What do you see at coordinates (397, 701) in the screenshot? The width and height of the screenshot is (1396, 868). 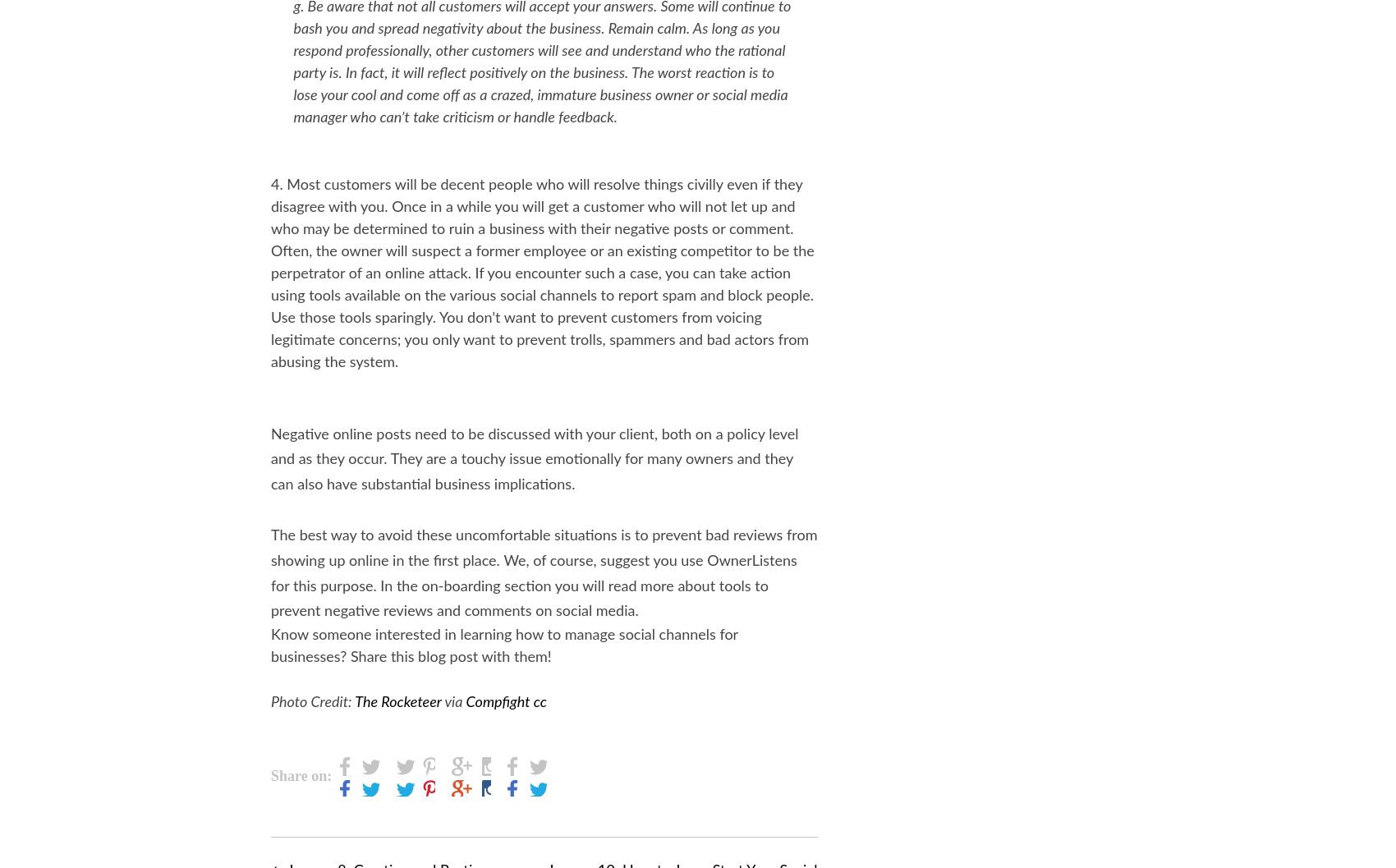 I see `'The Rocketeer'` at bounding box center [397, 701].